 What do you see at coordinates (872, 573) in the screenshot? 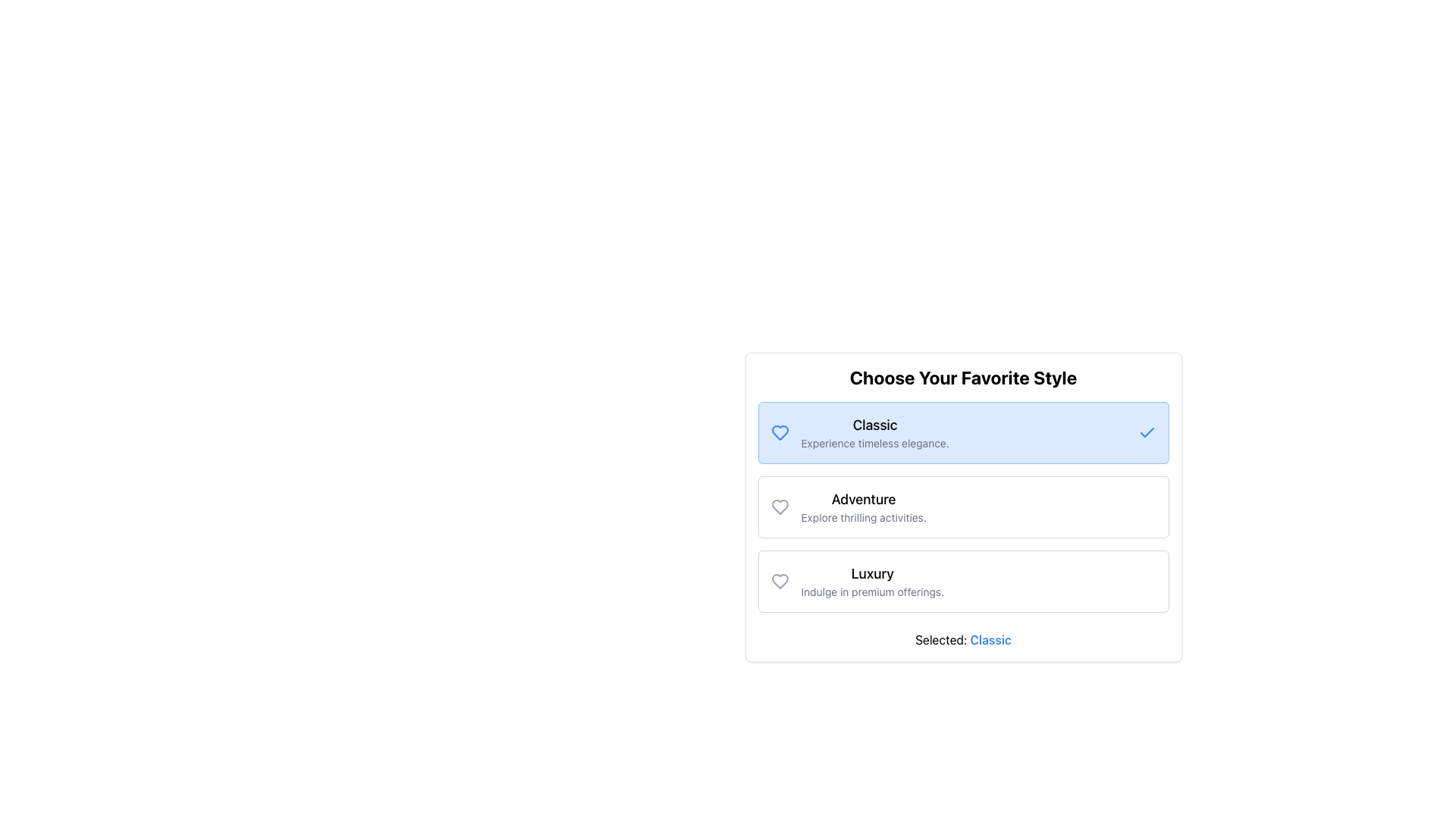
I see `the item category` at bounding box center [872, 573].